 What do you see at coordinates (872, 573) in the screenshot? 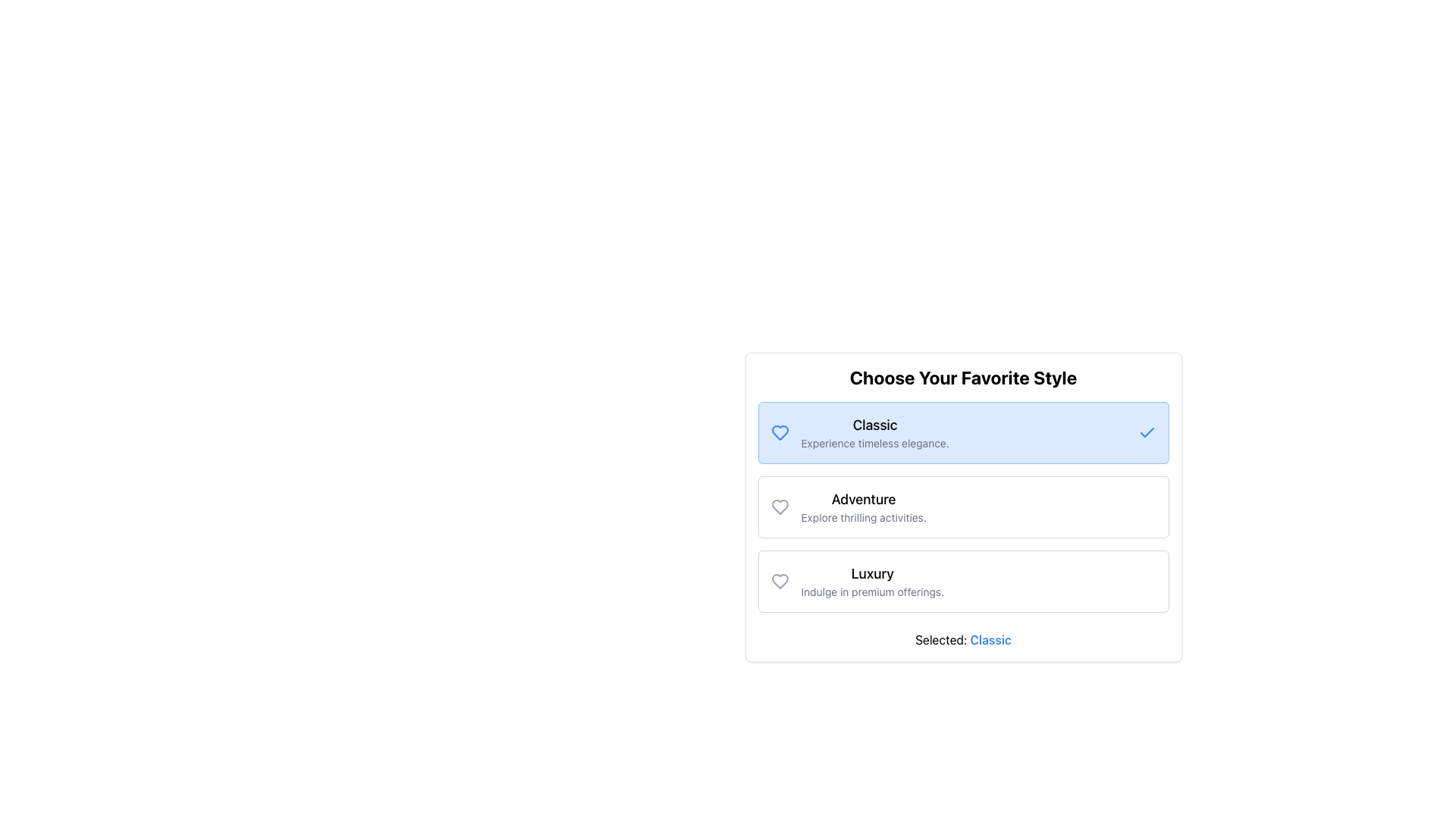
I see `the item category` at bounding box center [872, 573].